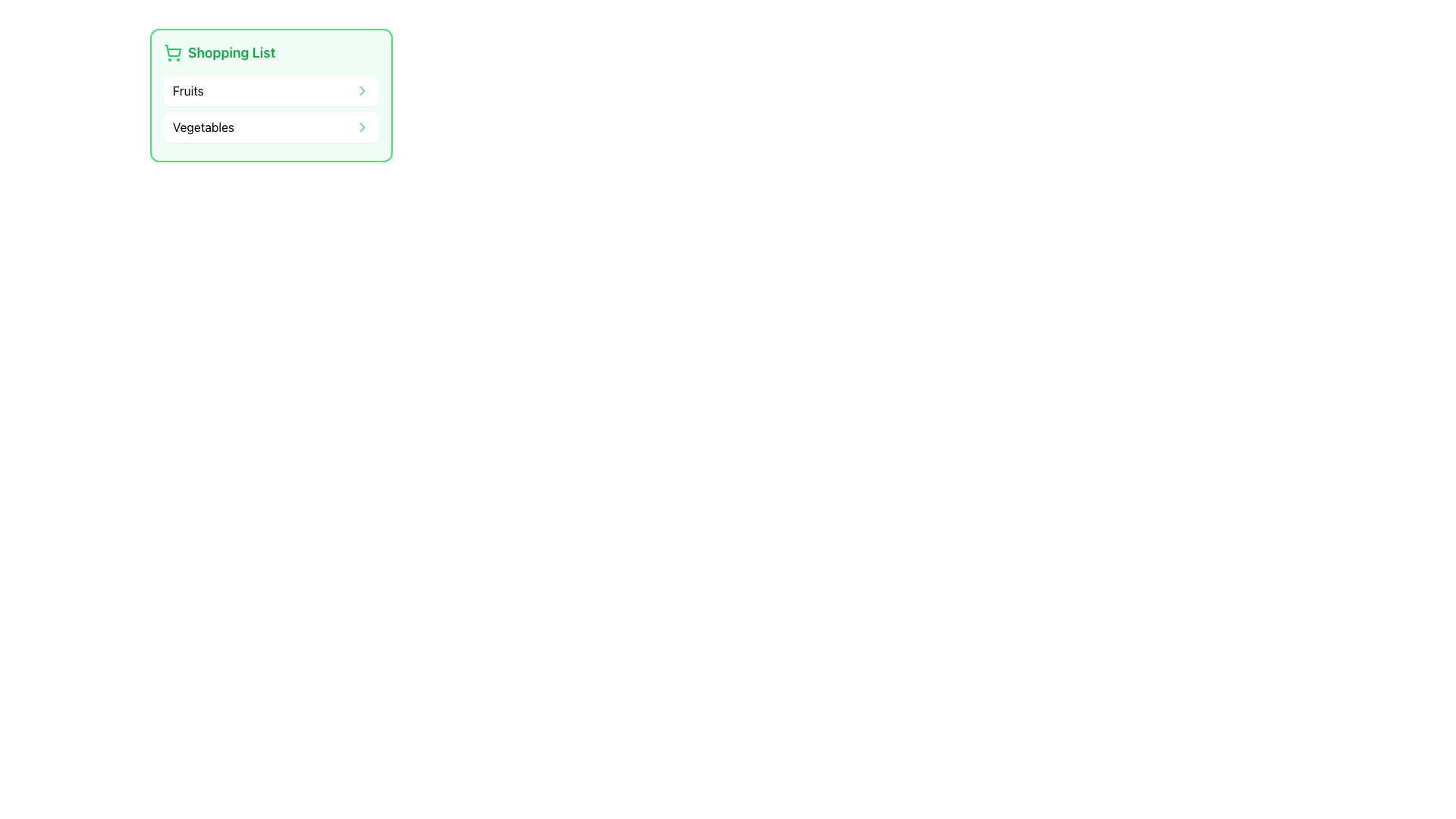 The height and width of the screenshot is (819, 1456). Describe the element at coordinates (362, 90) in the screenshot. I see `the green rightward-pointing chevron arrow icon located in the second row of the shopping list card, next to the text 'Fruits'` at that location.